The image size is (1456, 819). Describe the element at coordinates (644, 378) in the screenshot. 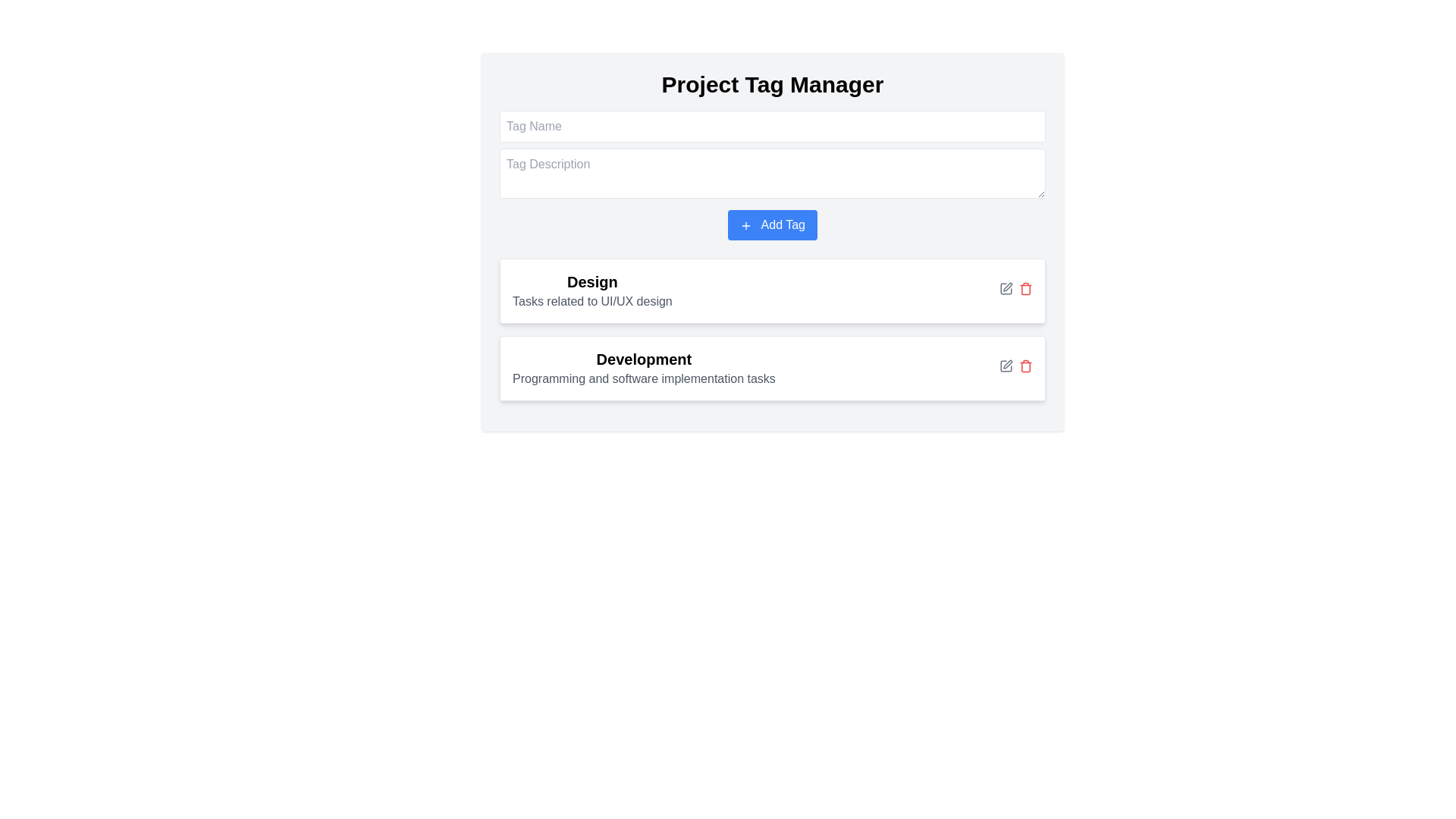

I see `the static text element that provides a description related to the development section, located under the 'Development' segment` at that location.